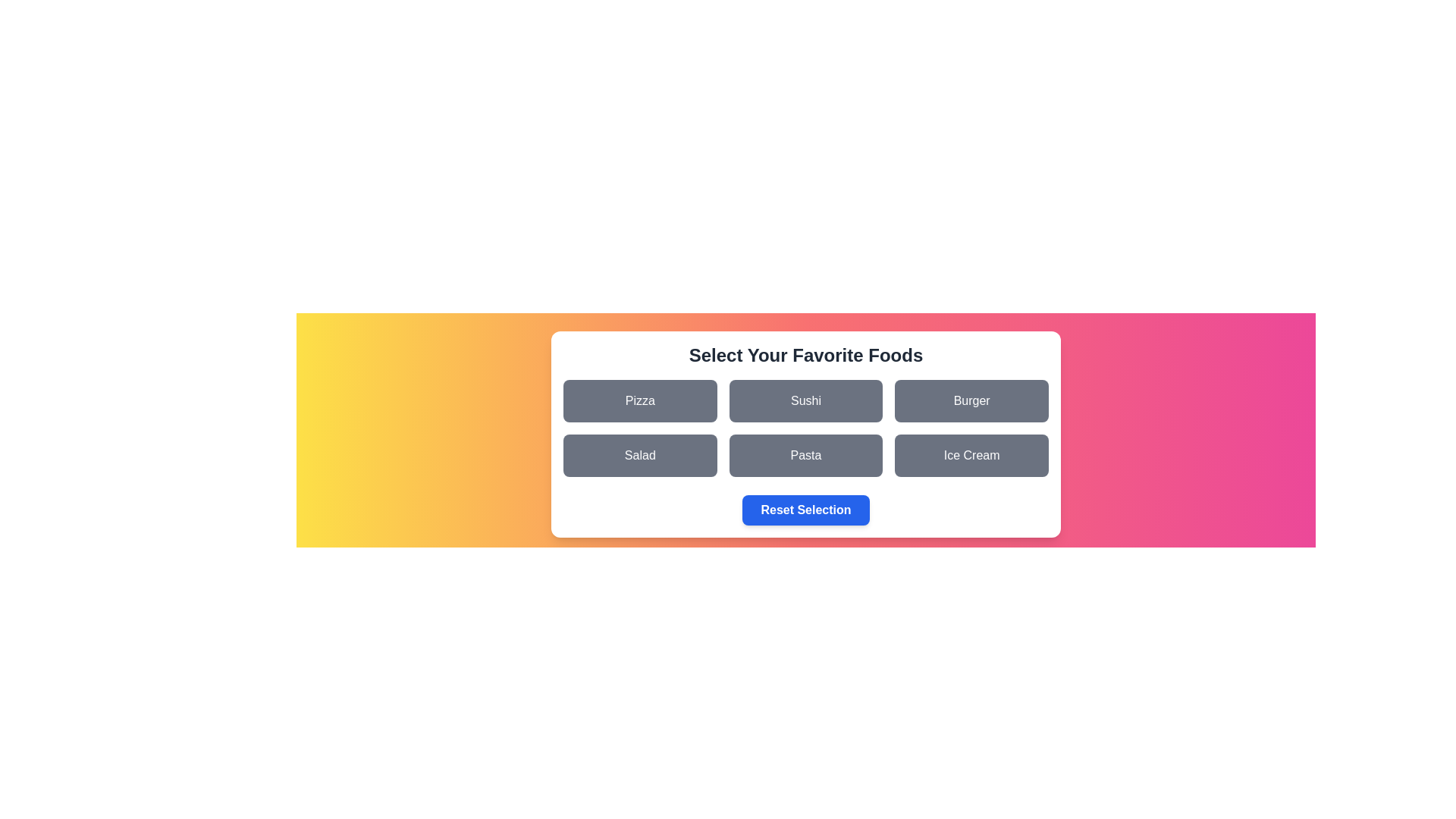 This screenshot has height=819, width=1456. Describe the element at coordinates (971, 400) in the screenshot. I see `the food item Burger to observe the hover effect` at that location.